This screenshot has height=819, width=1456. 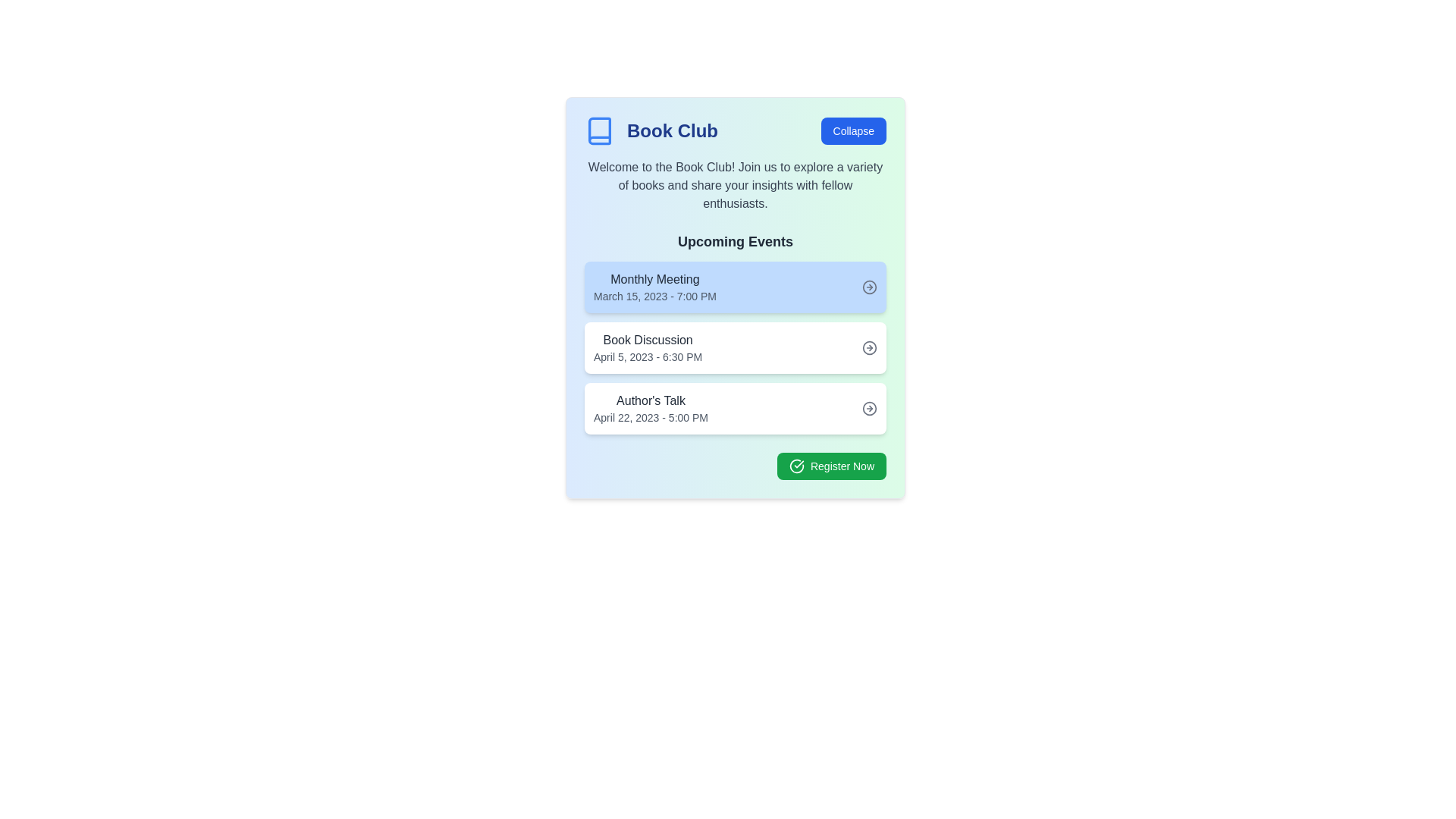 I want to click on the simplified book icon in the top-left corner of the 'Book Club' card interface, which features a rectangular shape and a spine stripe, so click(x=599, y=130).